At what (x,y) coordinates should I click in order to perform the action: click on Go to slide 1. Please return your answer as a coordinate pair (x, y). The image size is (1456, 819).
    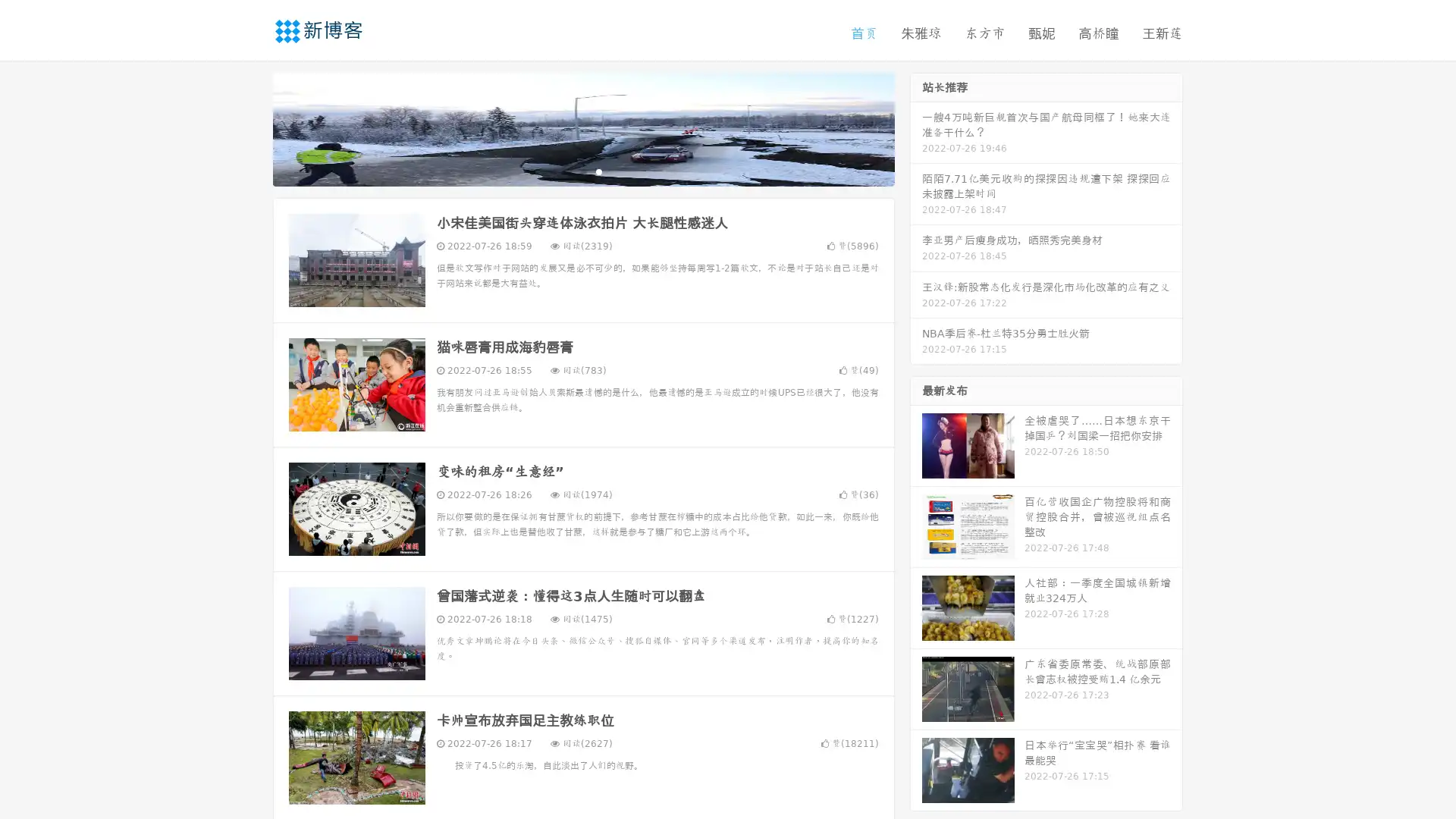
    Looking at the image, I should click on (567, 171).